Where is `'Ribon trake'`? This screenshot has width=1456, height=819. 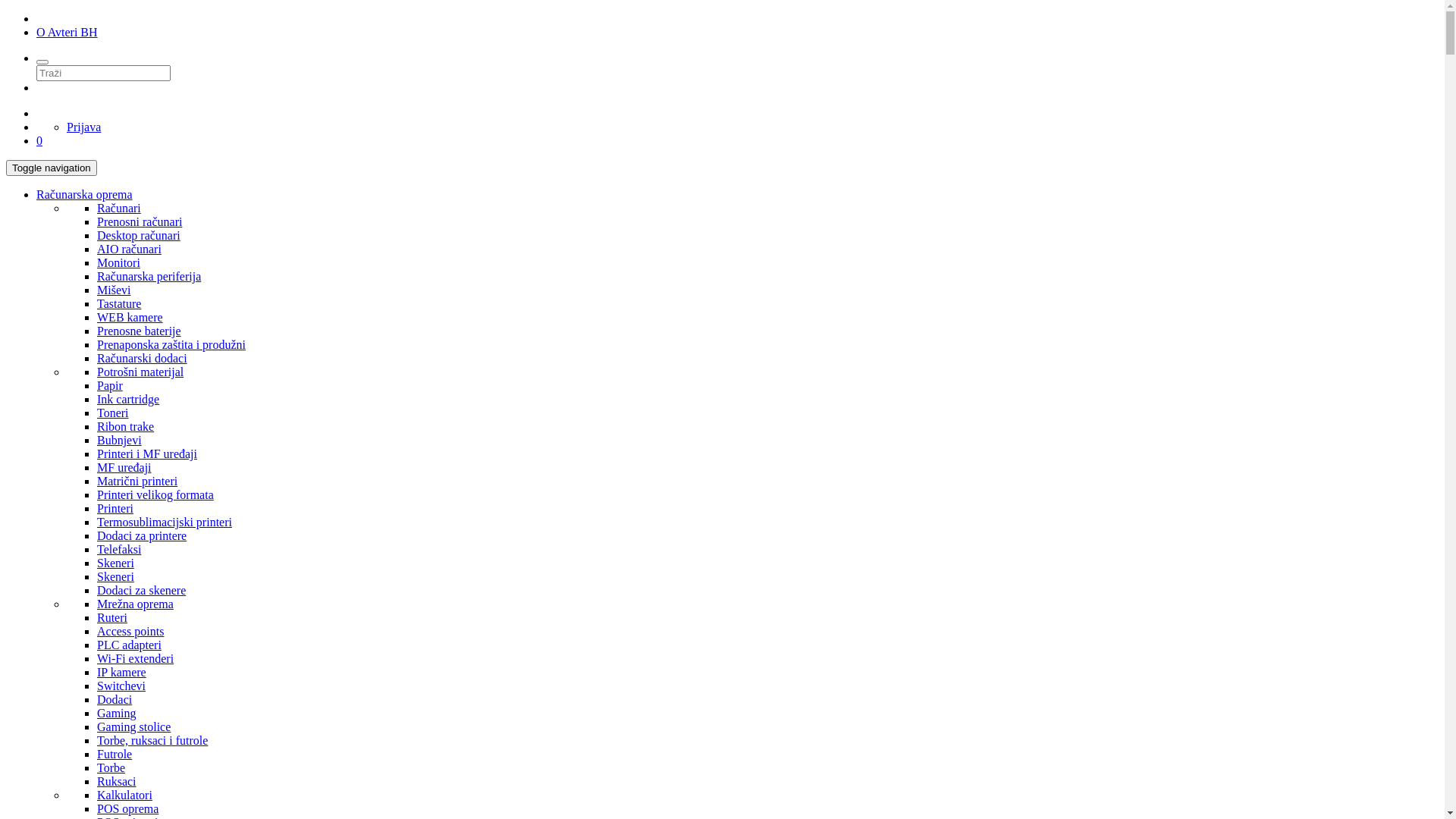 'Ribon trake' is located at coordinates (125, 426).